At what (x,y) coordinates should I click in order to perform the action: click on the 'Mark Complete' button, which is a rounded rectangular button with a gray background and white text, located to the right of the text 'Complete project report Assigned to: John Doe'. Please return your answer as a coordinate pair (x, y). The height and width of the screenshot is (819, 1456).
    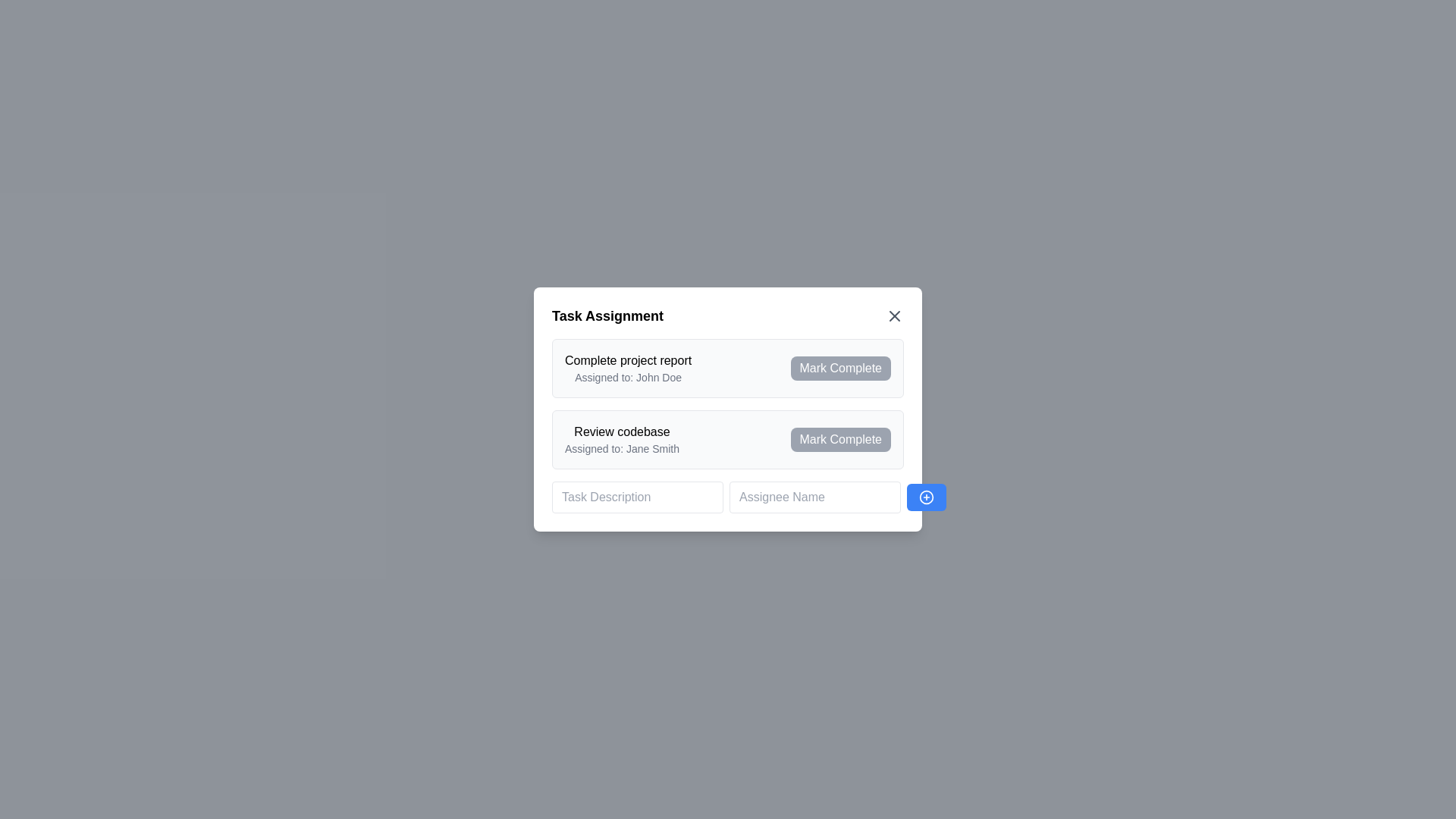
    Looking at the image, I should click on (839, 369).